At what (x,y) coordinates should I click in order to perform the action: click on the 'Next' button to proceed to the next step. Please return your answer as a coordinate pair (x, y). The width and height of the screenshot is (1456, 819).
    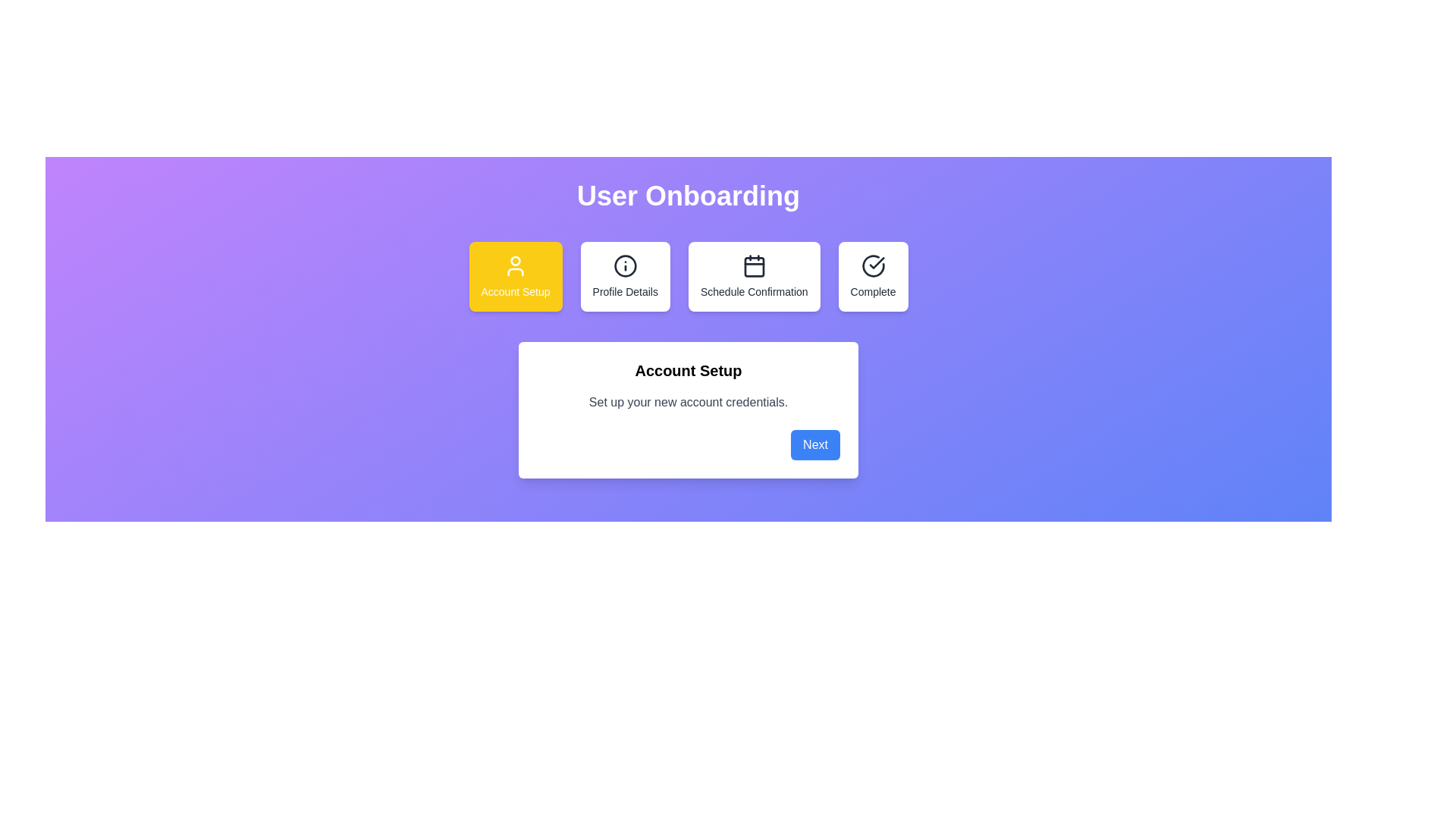
    Looking at the image, I should click on (814, 444).